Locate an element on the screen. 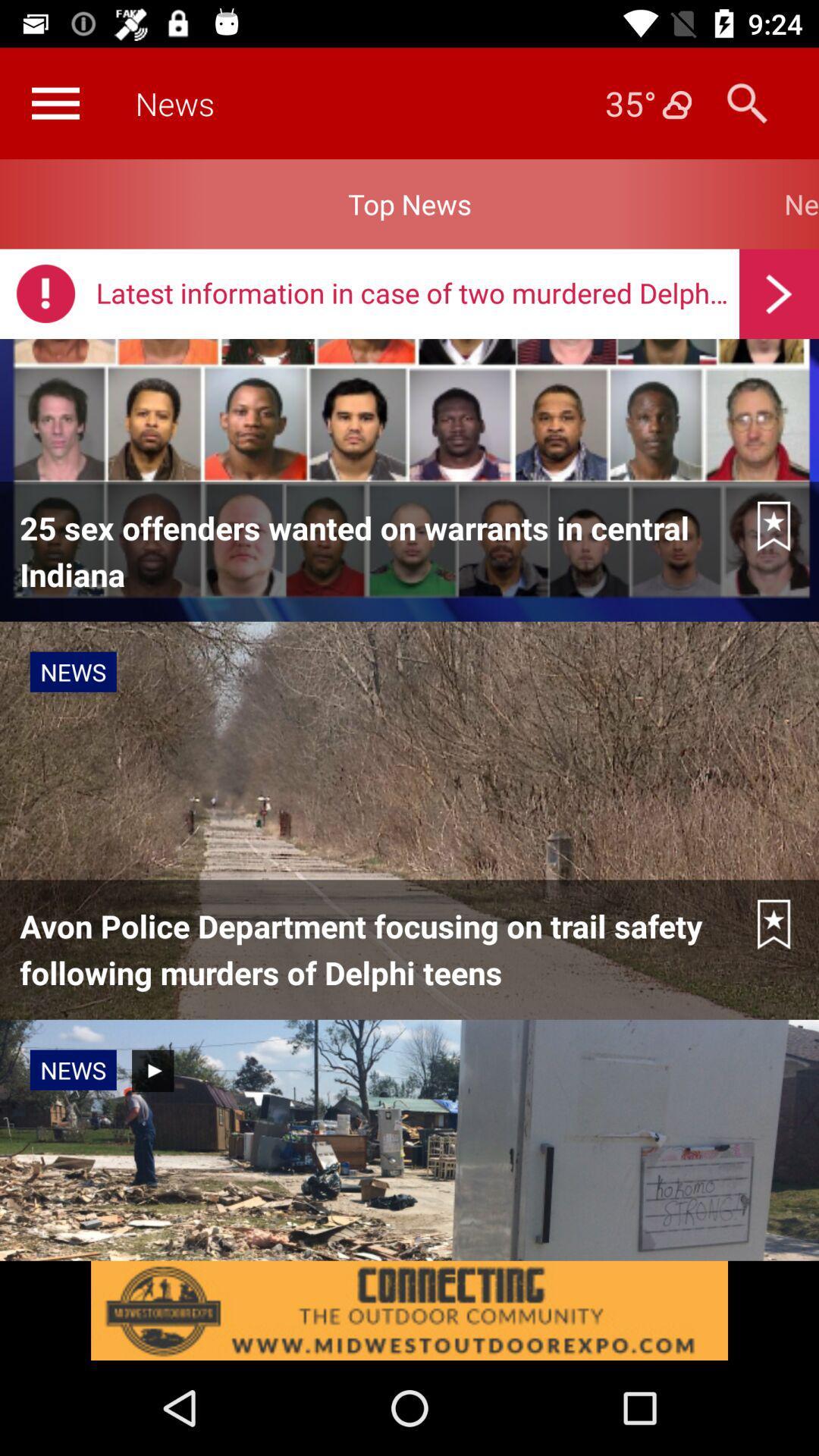  advertisement website is located at coordinates (409, 1310).